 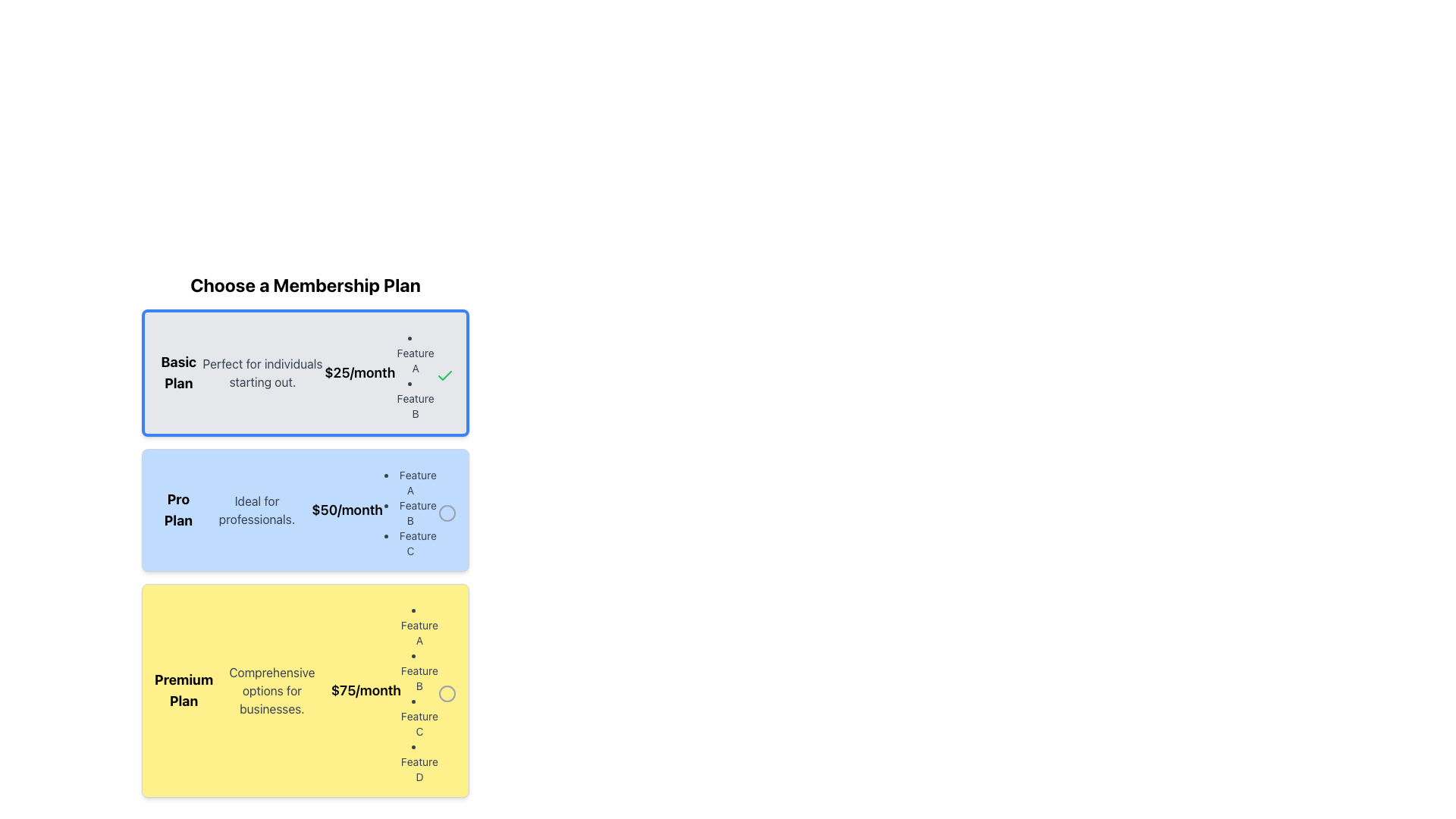 I want to click on features listed in the bulleted list located in the 'Pro Plan' section, which is the middle card of the membership plan cards, positioned below the '$50/month' text, so click(x=410, y=513).